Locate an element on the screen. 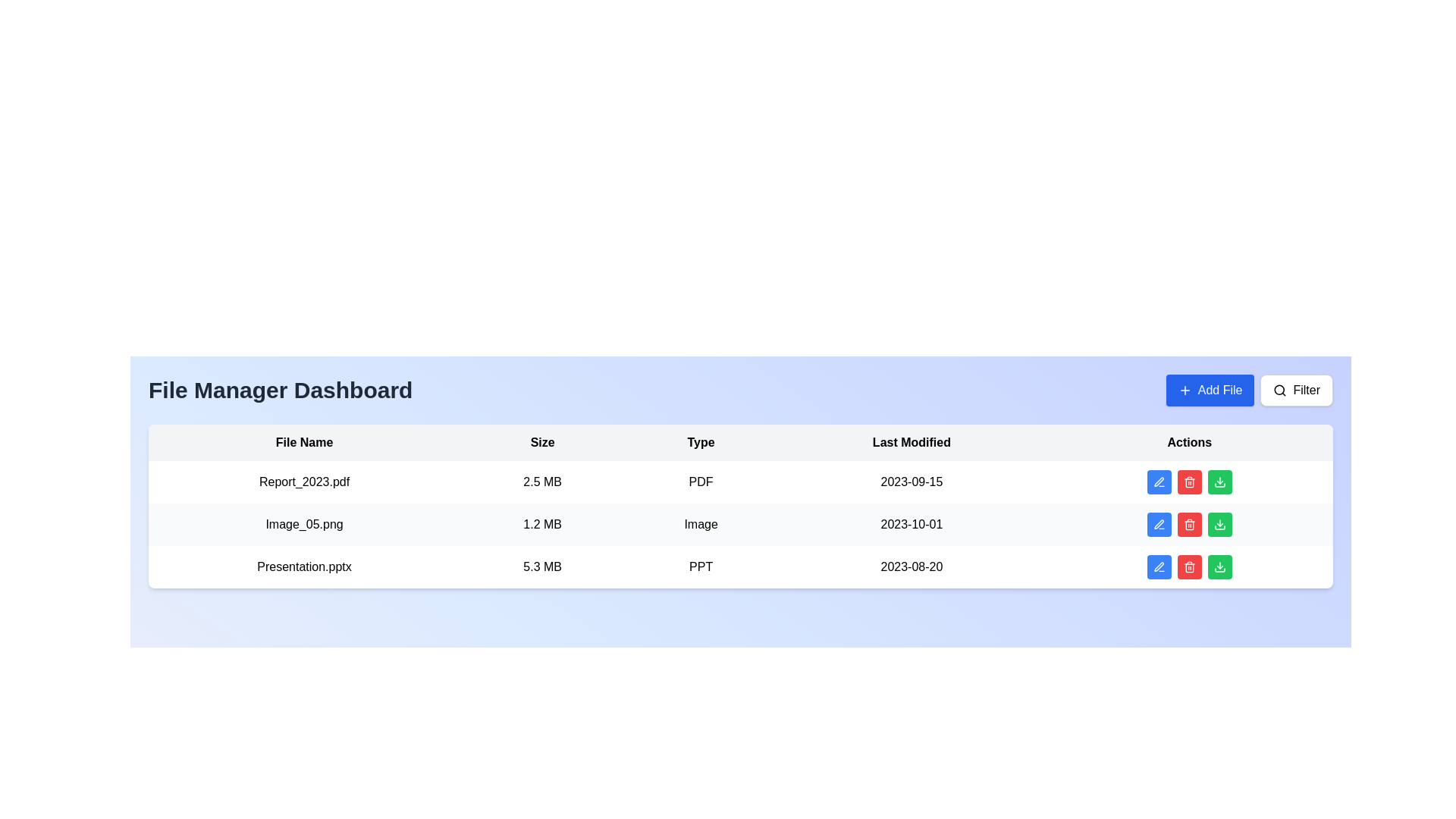 This screenshot has width=1456, height=819. the 'Type' column header is located at coordinates (700, 442).